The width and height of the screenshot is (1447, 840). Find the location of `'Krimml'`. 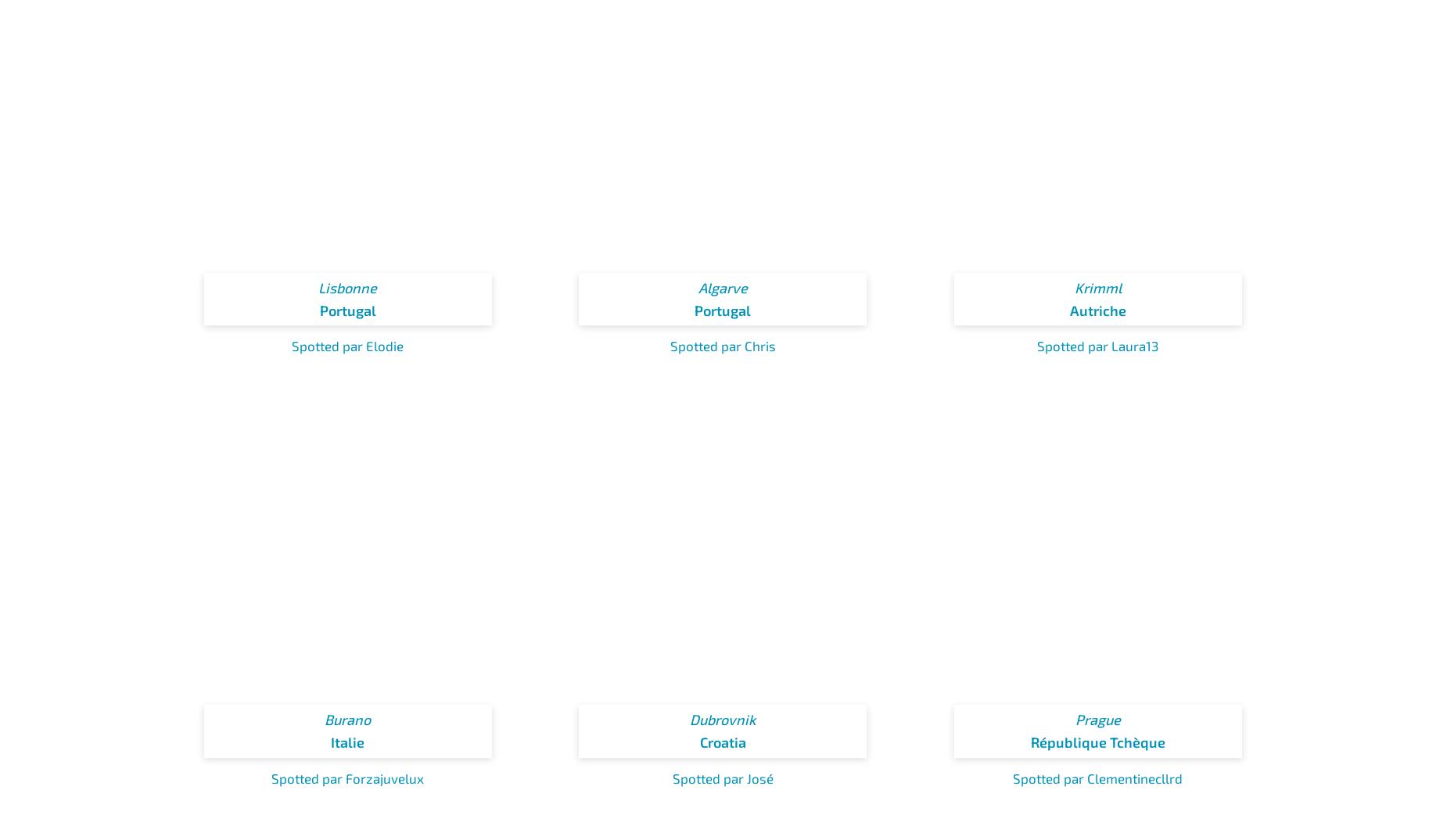

'Krimml' is located at coordinates (1073, 285).